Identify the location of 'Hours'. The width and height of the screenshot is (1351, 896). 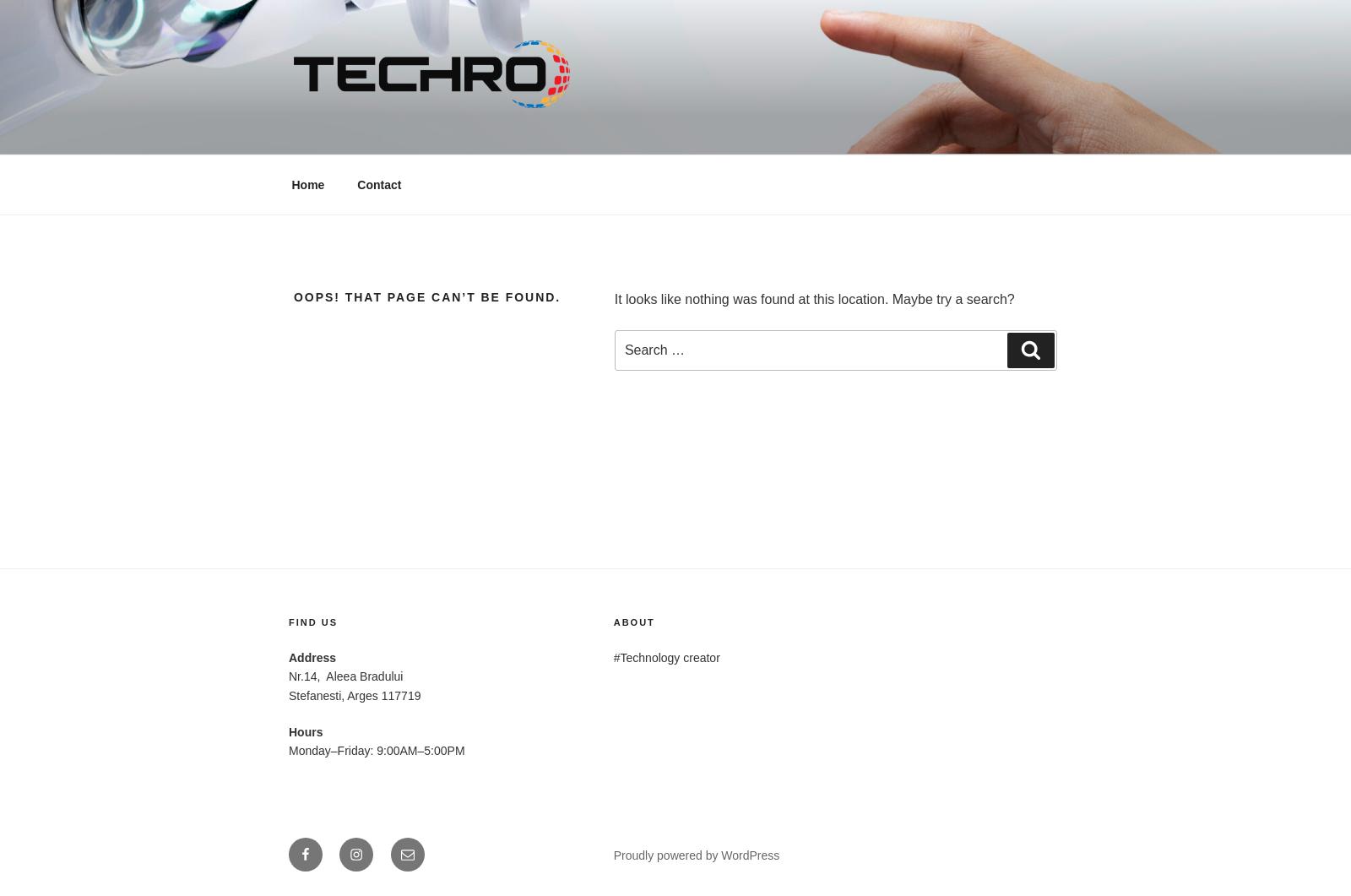
(288, 730).